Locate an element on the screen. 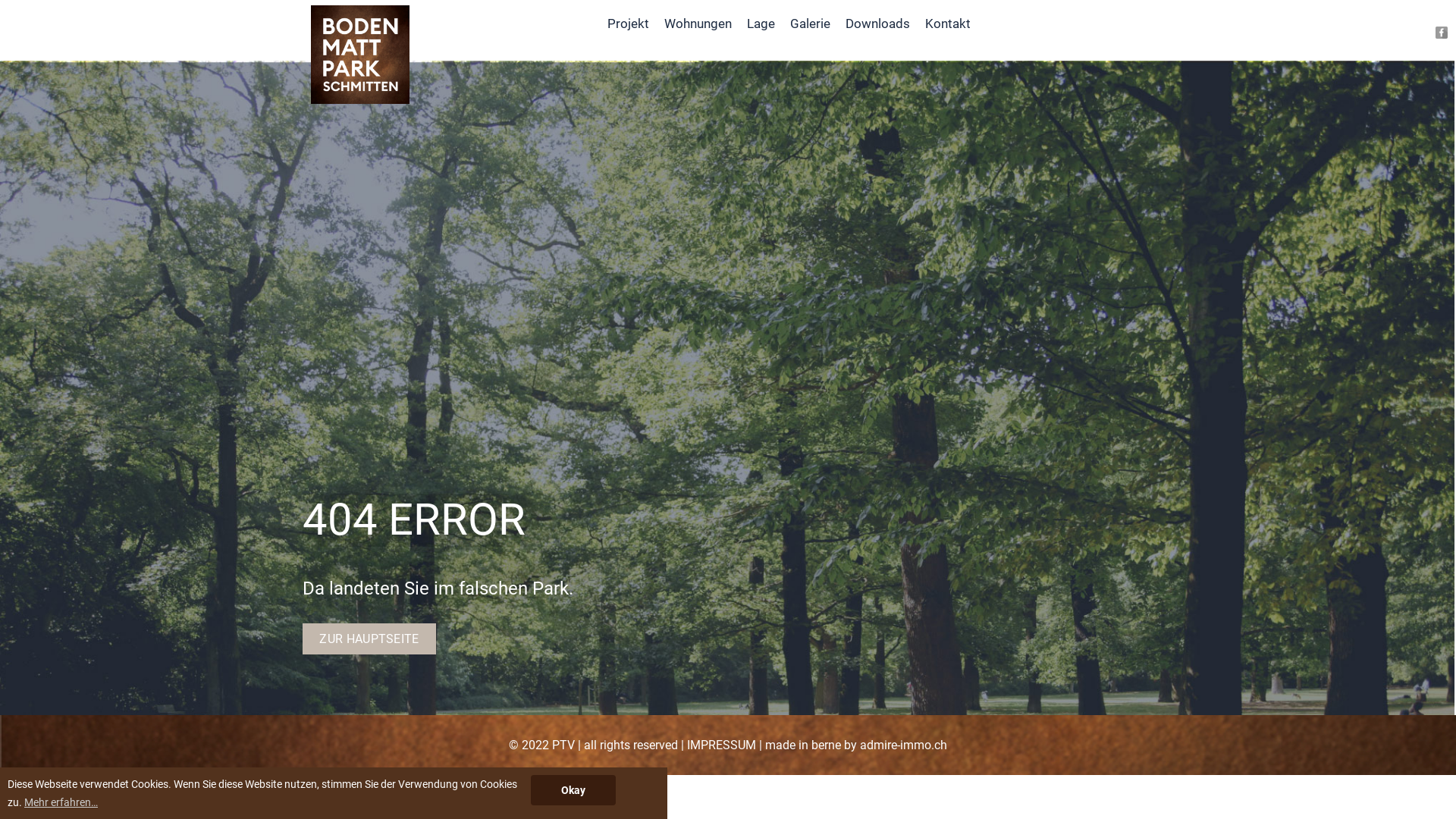 This screenshot has width=1456, height=819. 'Lage' is located at coordinates (739, 23).